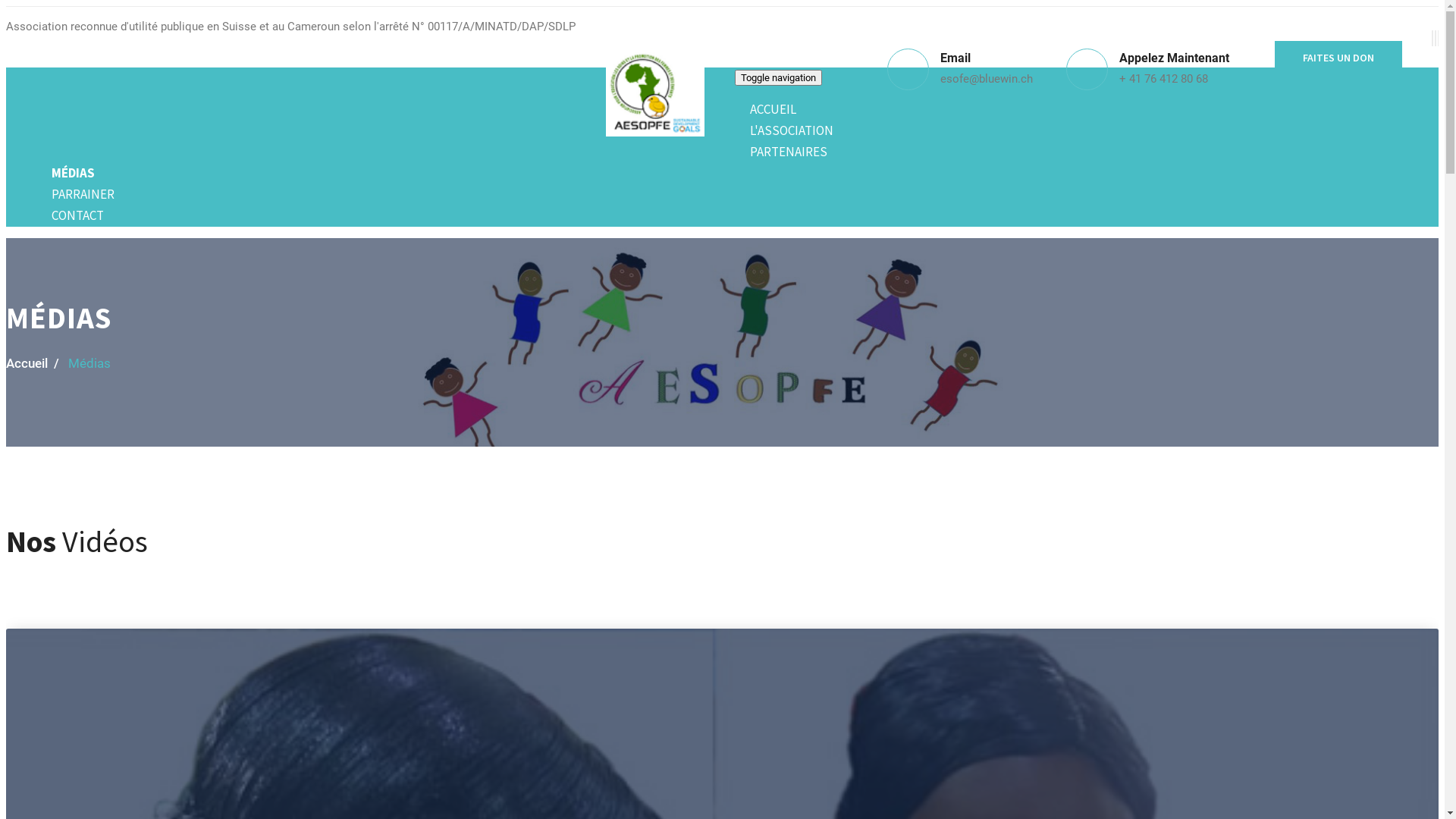 The height and width of the screenshot is (819, 1456). I want to click on 'Accueil  /', so click(33, 362).